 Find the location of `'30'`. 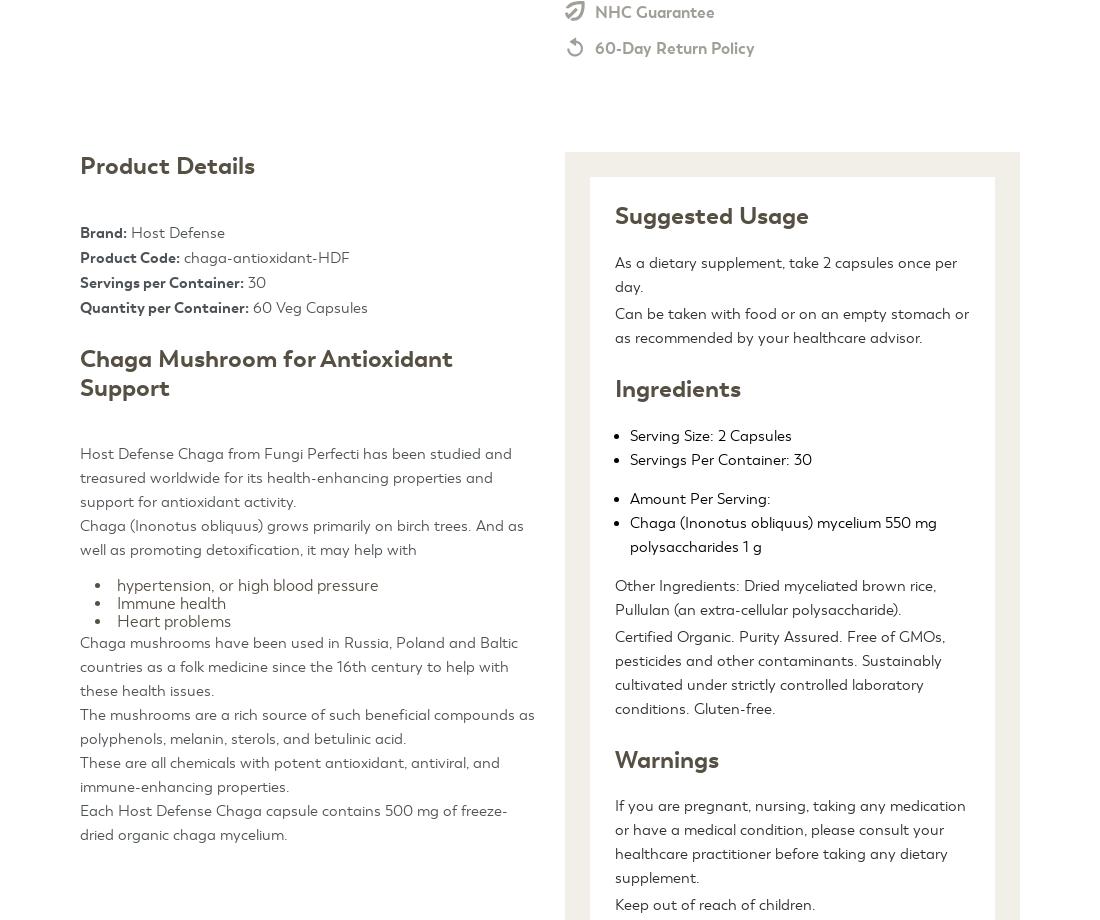

'30' is located at coordinates (254, 281).